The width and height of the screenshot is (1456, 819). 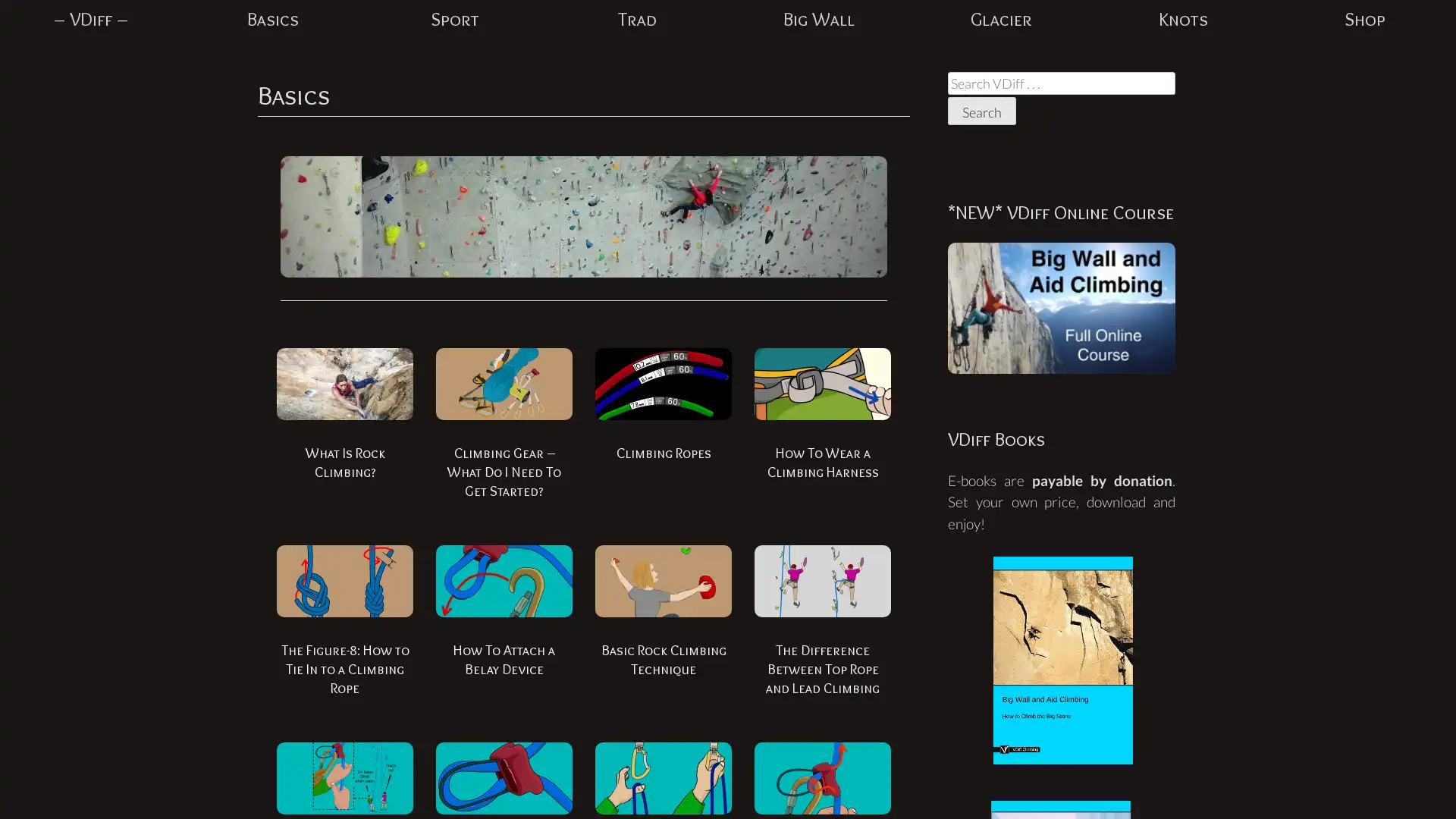 I want to click on Search, so click(x=982, y=110).